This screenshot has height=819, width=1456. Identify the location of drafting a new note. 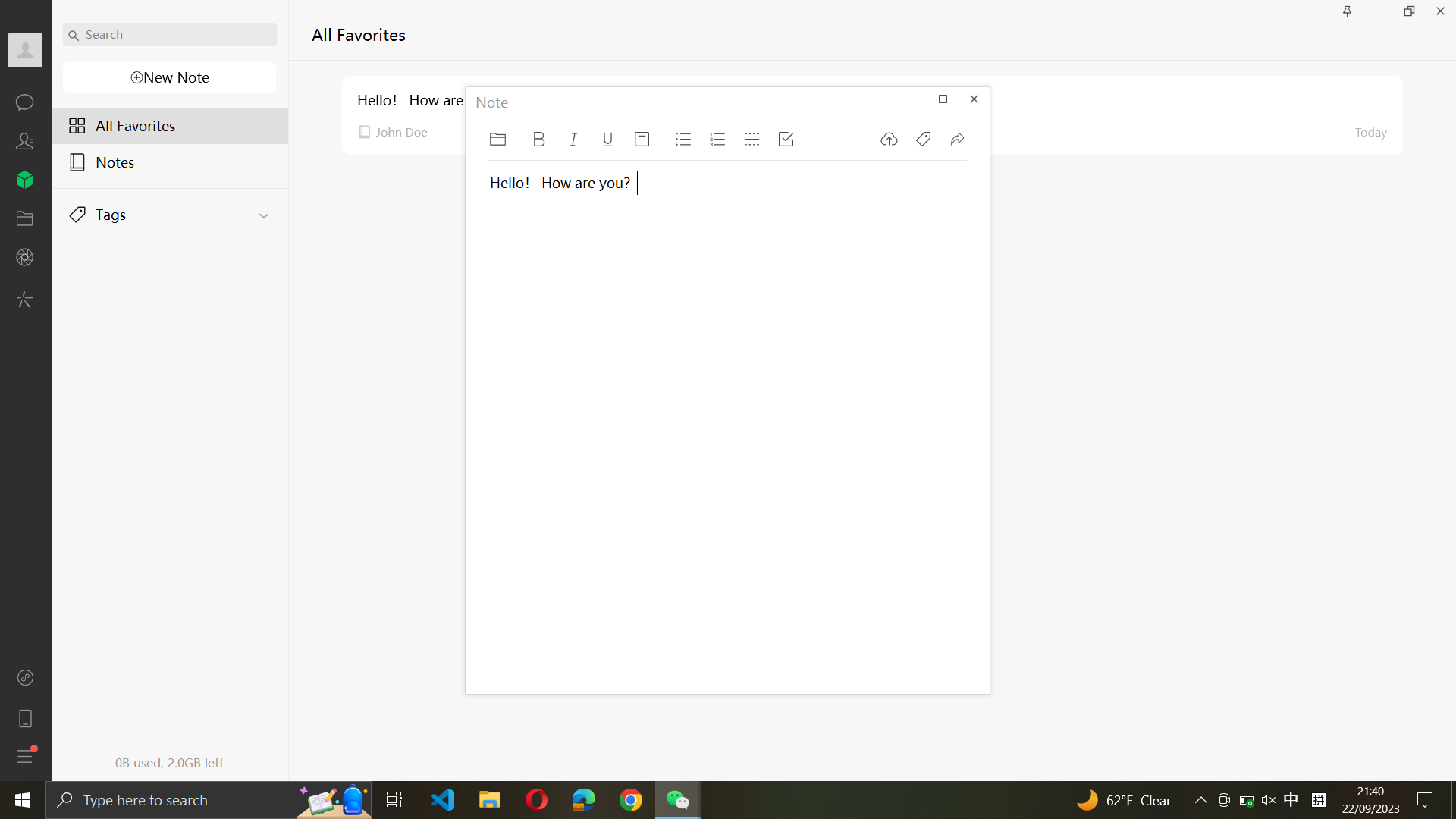
(168, 78).